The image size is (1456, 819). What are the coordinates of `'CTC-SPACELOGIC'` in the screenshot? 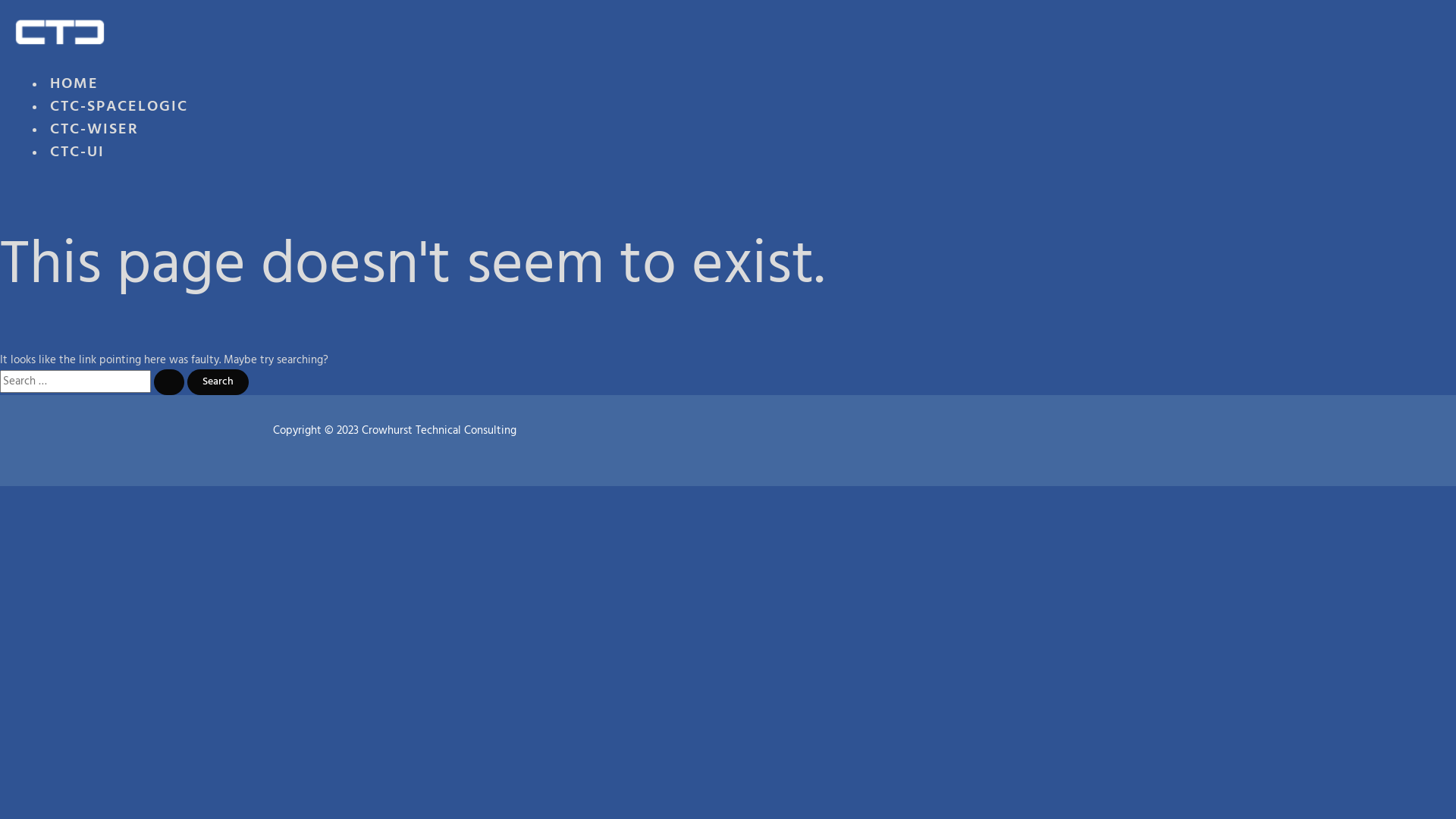 It's located at (118, 111).